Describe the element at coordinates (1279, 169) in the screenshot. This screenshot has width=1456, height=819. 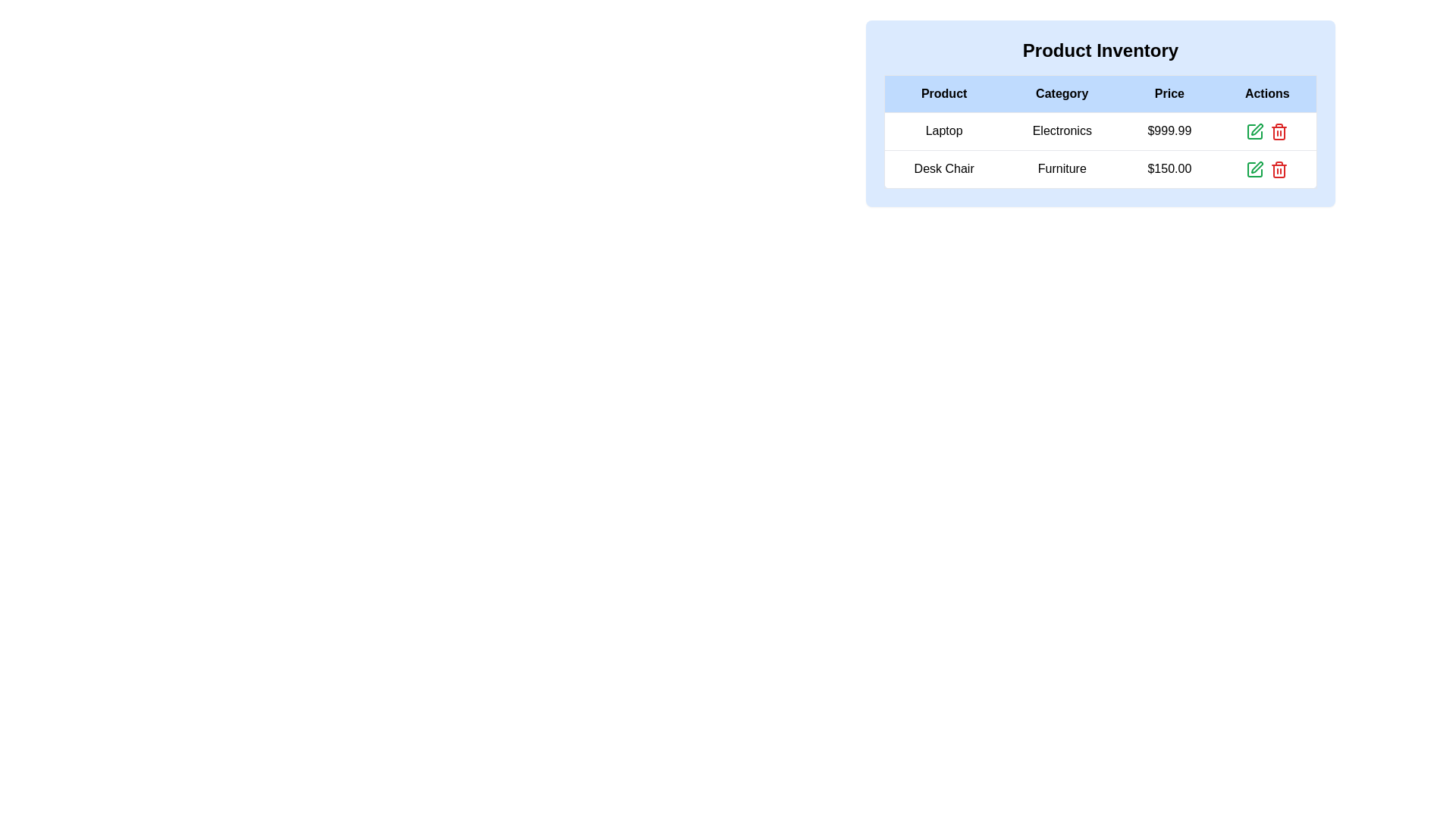
I see `the delete button icon` at that location.